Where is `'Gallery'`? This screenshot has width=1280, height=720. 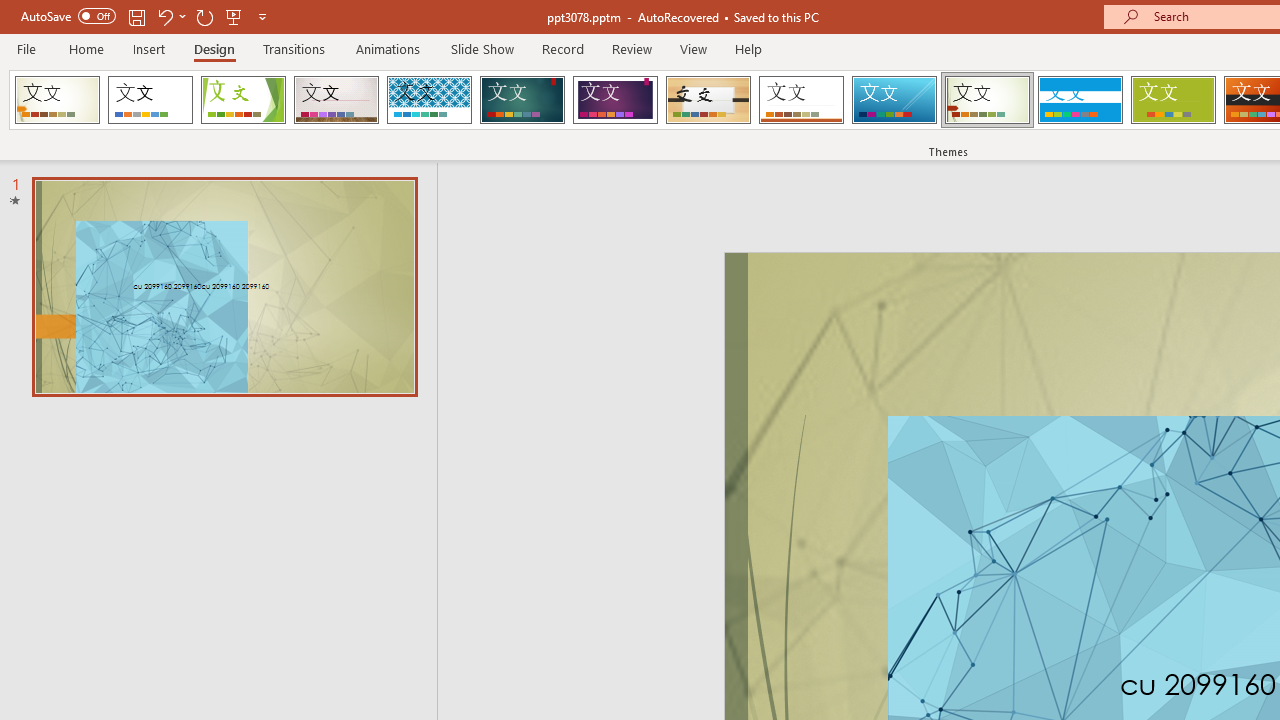
'Gallery' is located at coordinates (336, 100).